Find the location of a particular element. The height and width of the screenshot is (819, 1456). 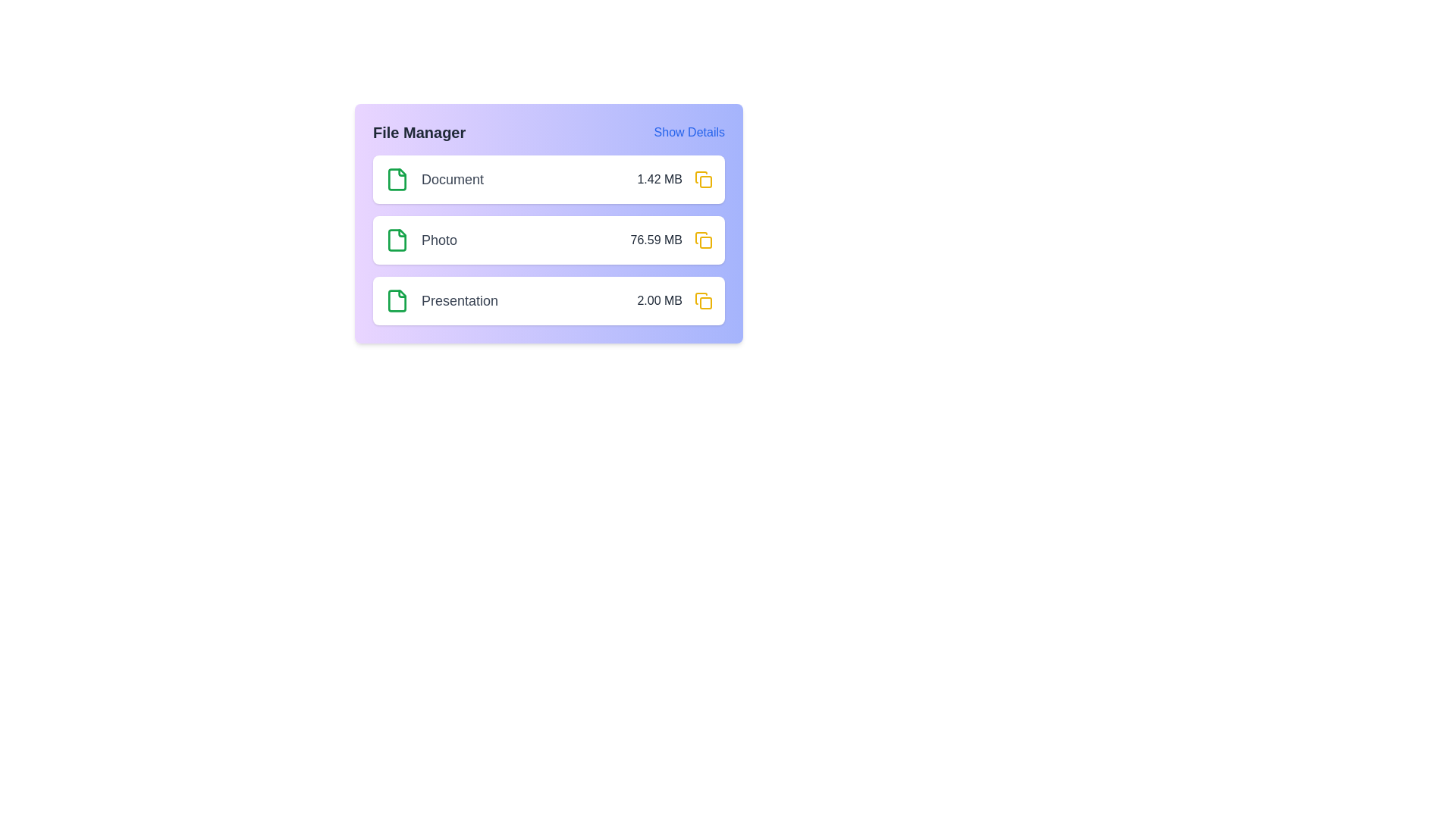

the 'Document' label in the 'File Manager' section for further interactions is located at coordinates (433, 178).